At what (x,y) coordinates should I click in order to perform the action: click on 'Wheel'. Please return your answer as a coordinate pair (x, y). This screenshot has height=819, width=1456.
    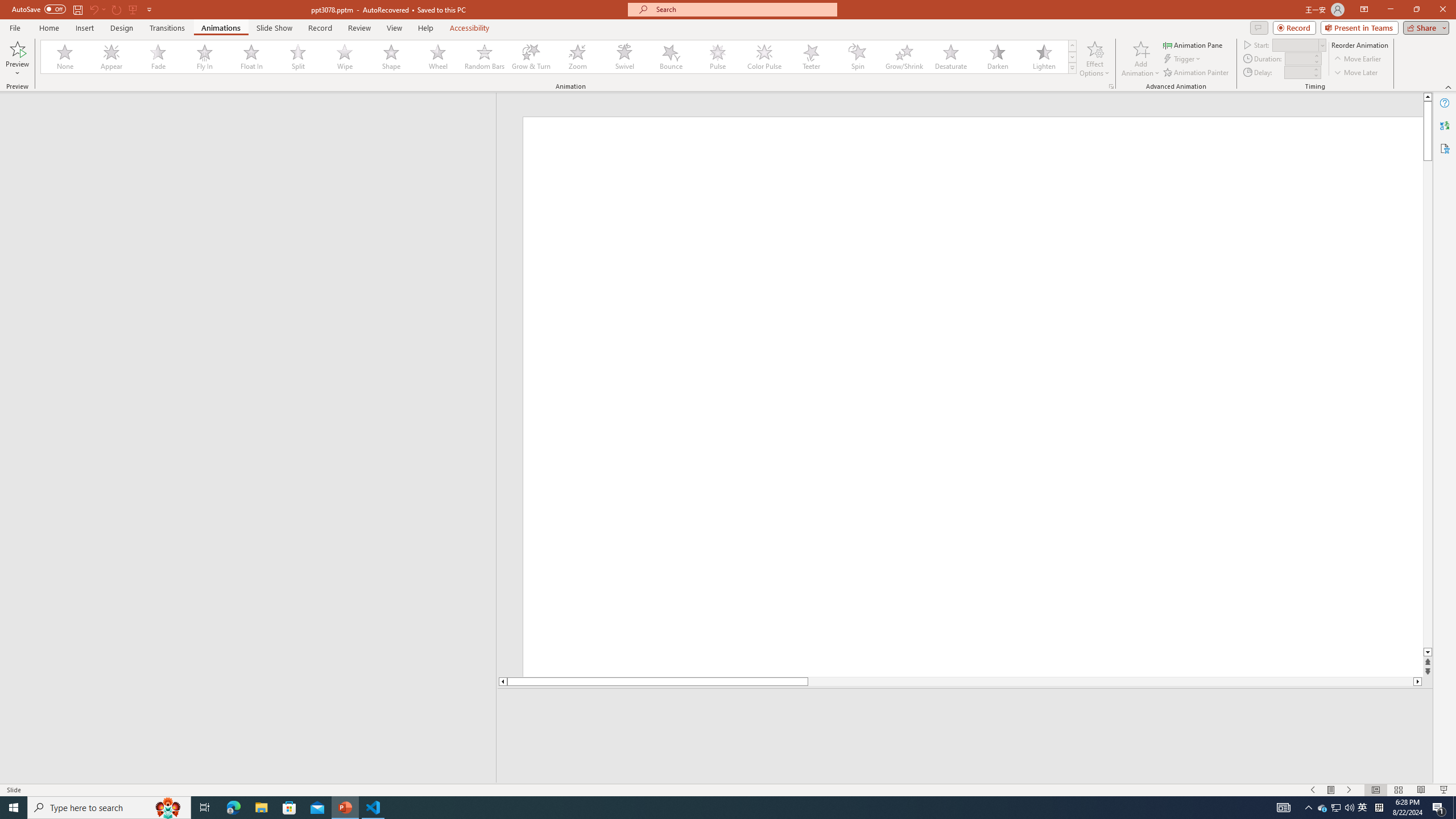
    Looking at the image, I should click on (438, 56).